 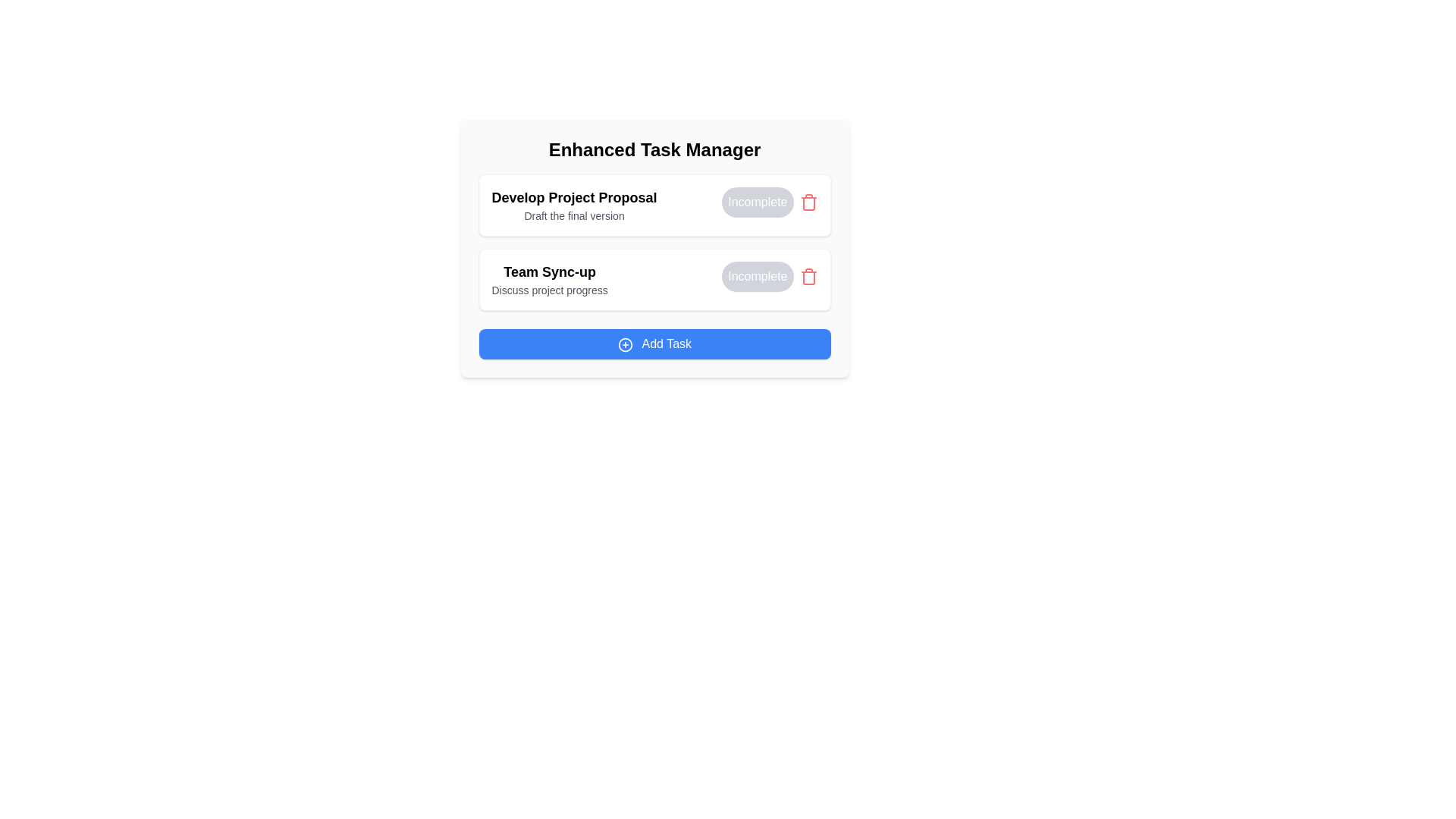 What do you see at coordinates (758, 277) in the screenshot?
I see `the pill-shaped button labeled 'Incomplete' that is part of the 'Team Sync-up' row for keyboard navigation` at bounding box center [758, 277].